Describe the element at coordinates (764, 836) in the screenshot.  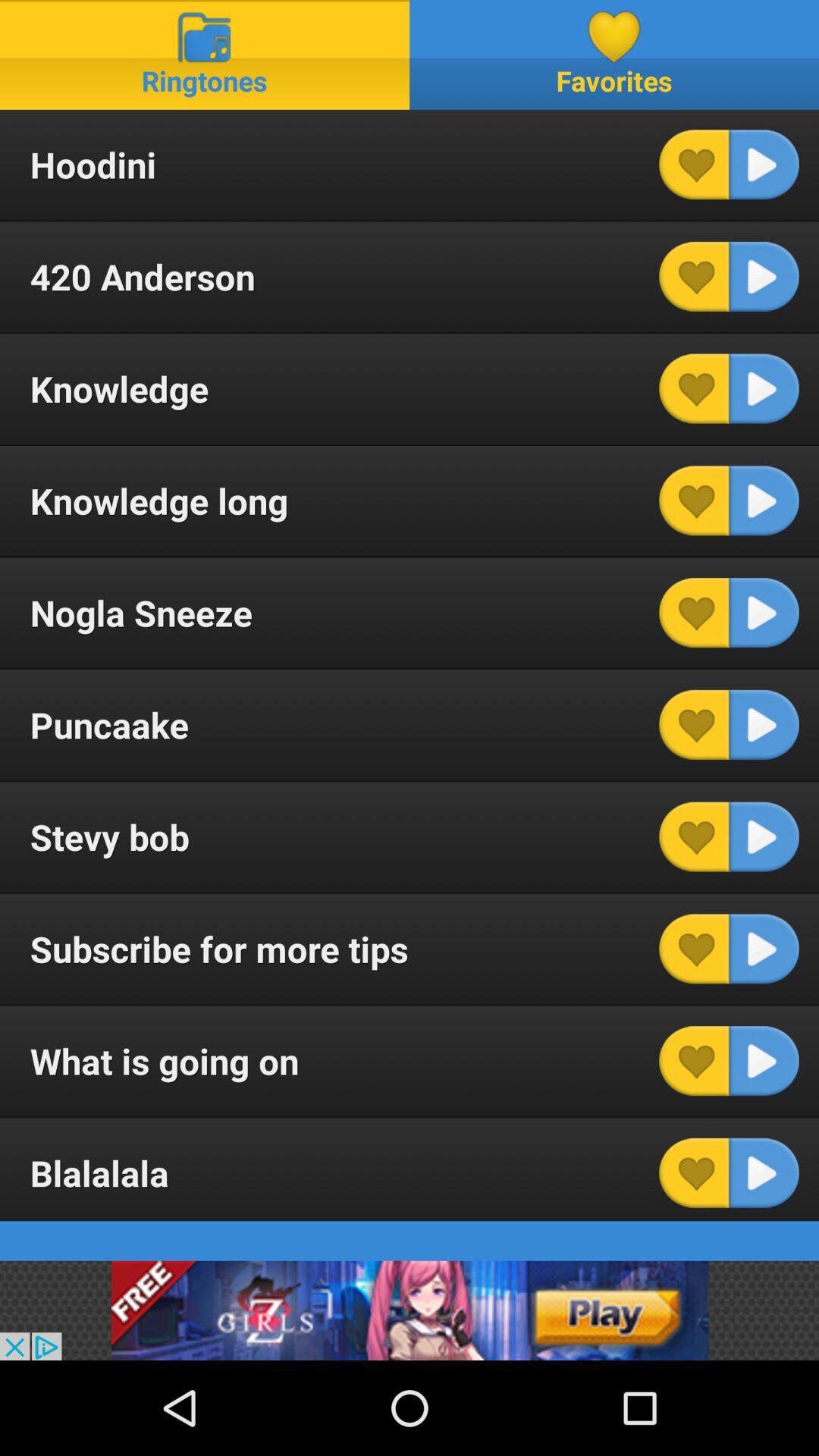
I see `play option` at that location.